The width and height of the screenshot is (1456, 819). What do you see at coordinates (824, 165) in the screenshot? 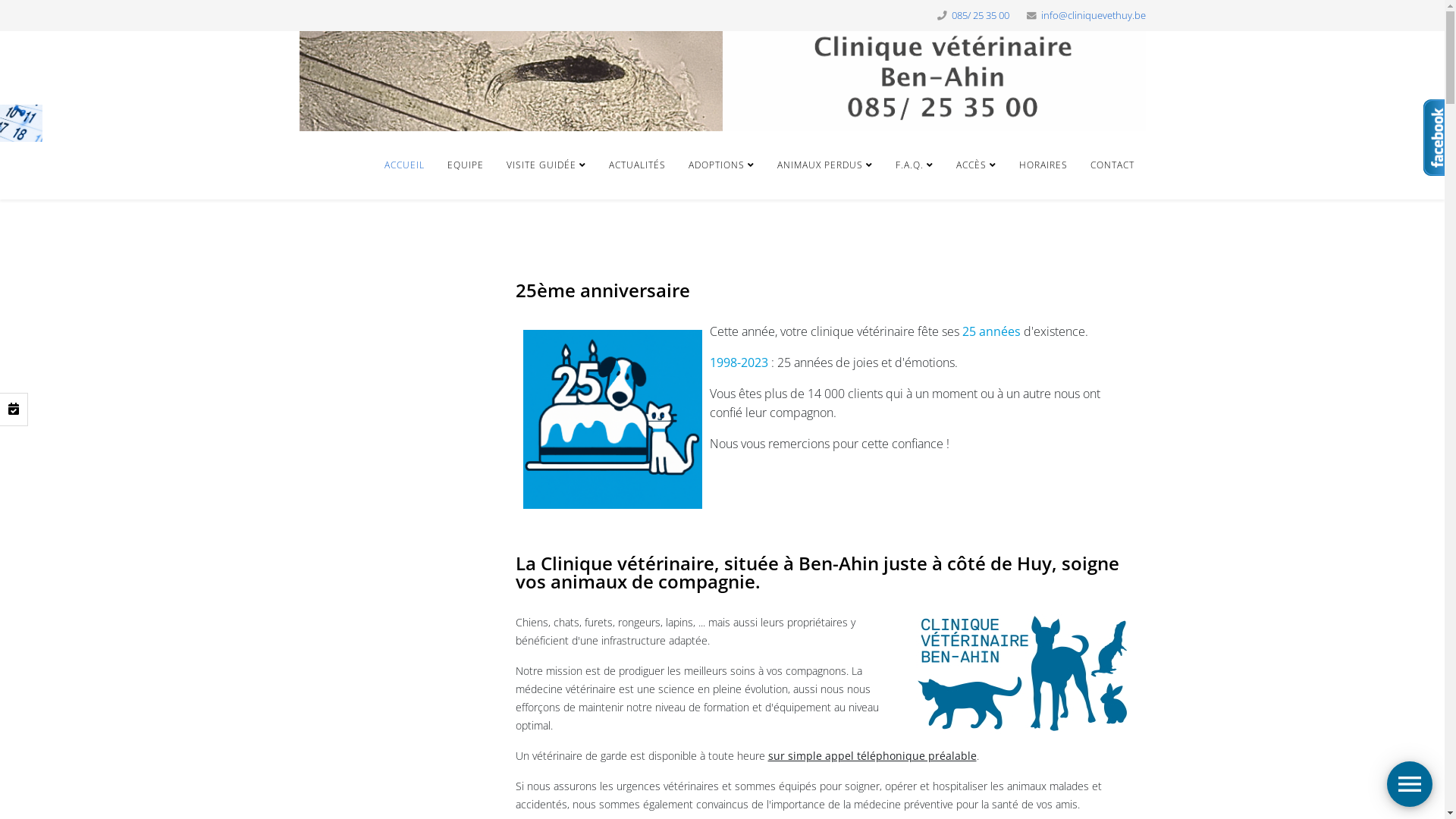
I see `'ANIMAUX PERDUS'` at bounding box center [824, 165].